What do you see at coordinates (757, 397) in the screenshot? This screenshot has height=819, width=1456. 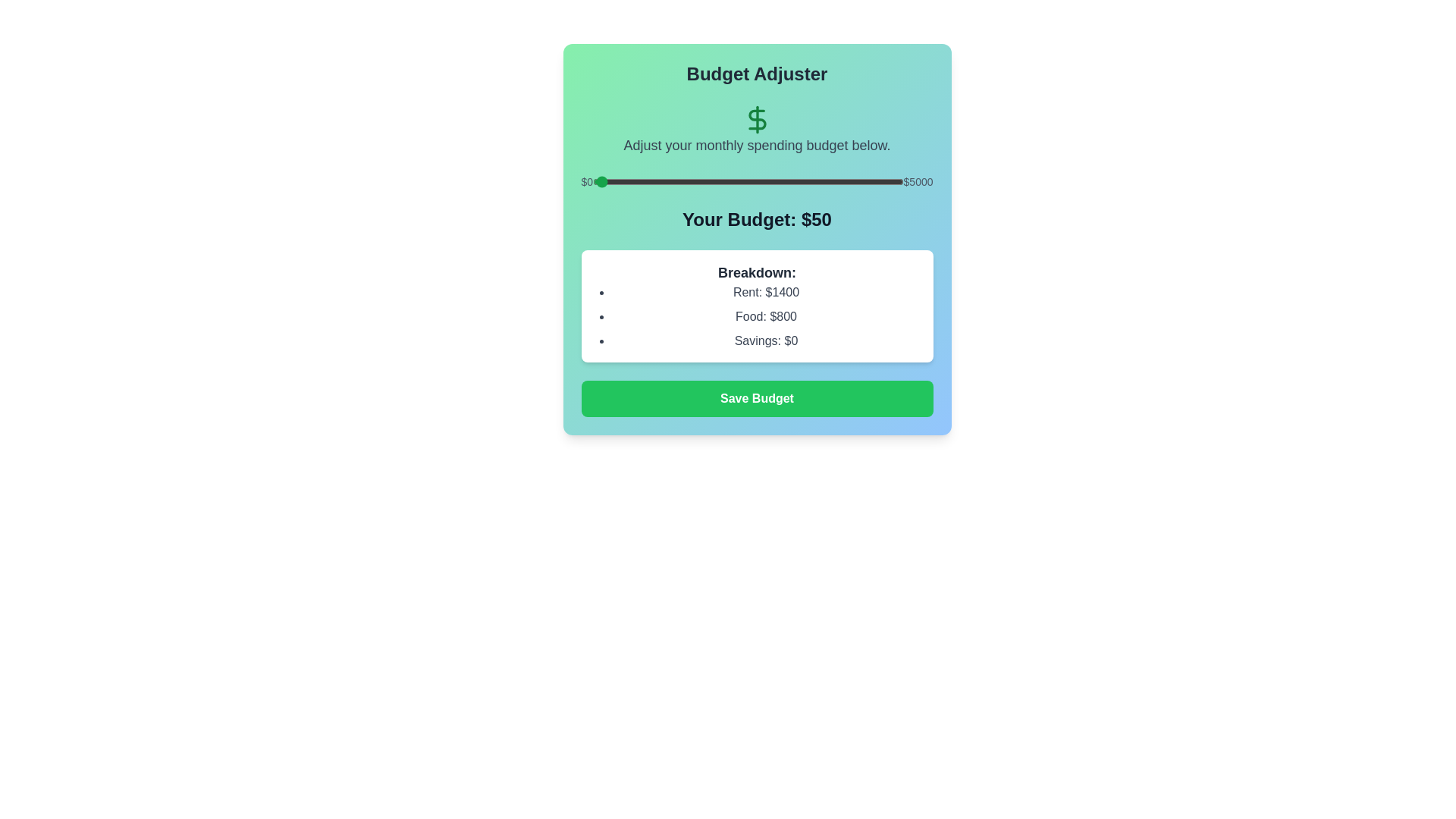 I see `'Save Budget' button to confirm the budget` at bounding box center [757, 397].